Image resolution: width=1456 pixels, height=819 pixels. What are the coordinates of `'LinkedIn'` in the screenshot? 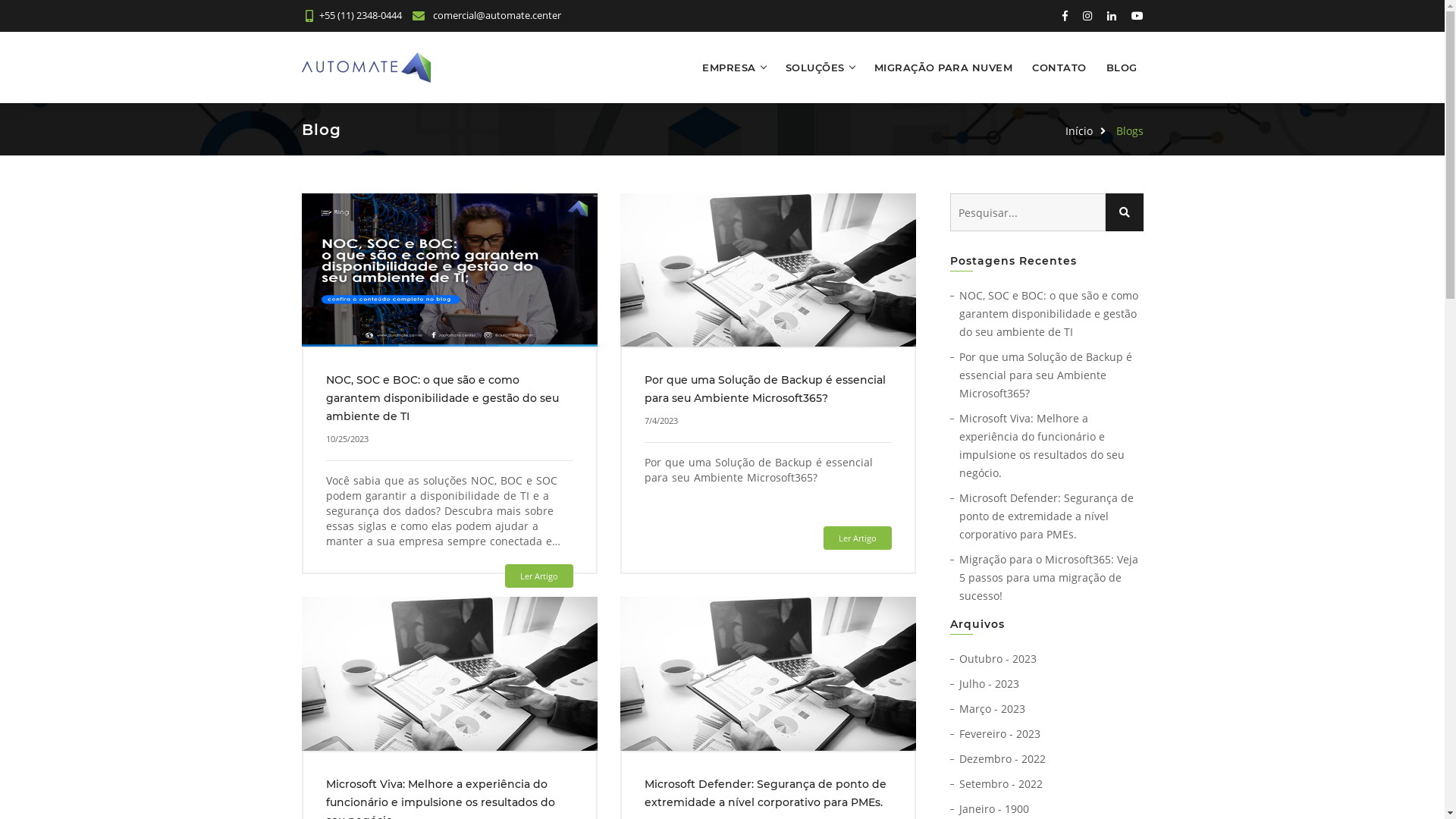 It's located at (1103, 15).